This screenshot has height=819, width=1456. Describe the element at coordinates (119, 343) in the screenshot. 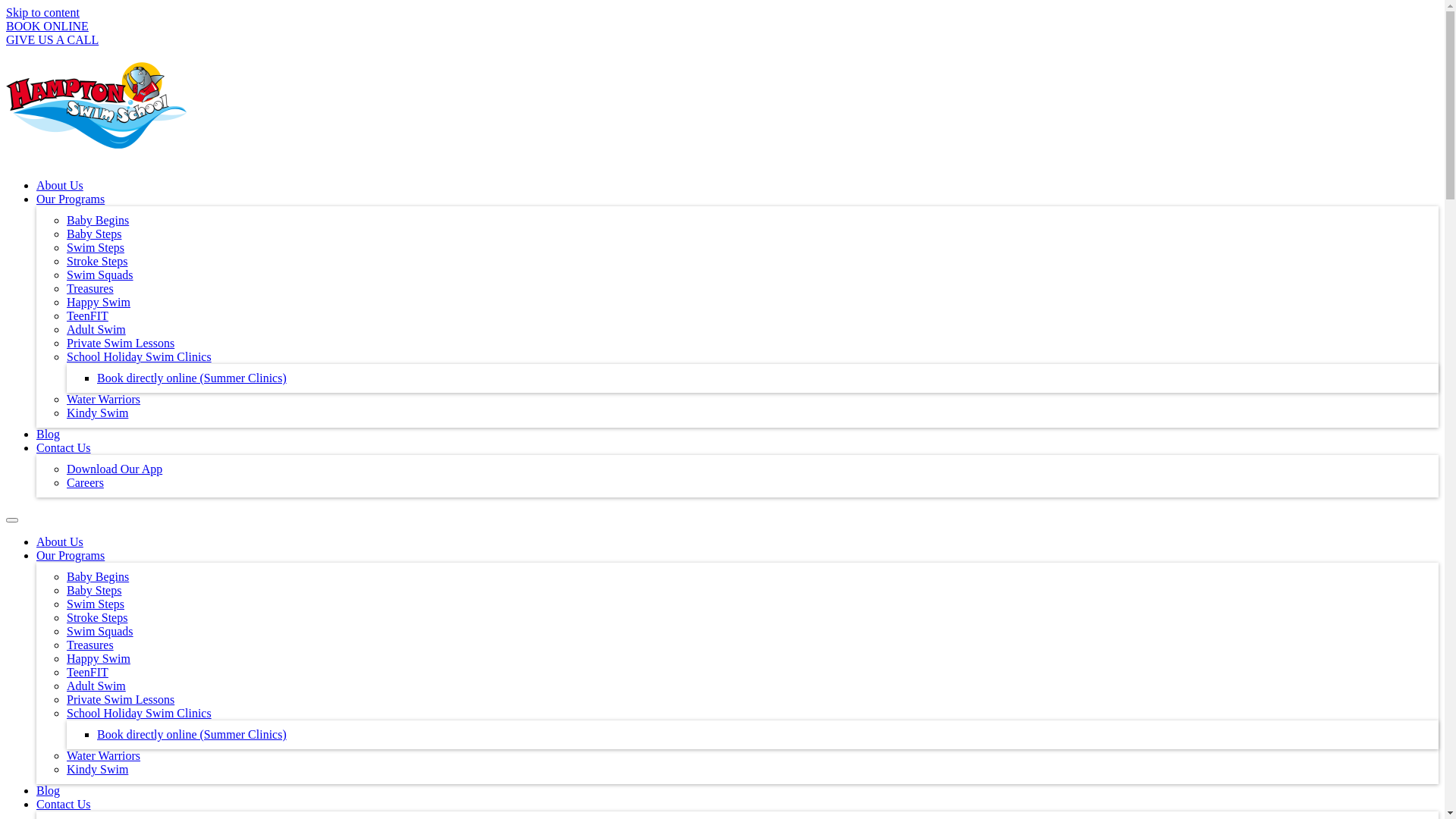

I see `'Private Swim Lessons'` at that location.